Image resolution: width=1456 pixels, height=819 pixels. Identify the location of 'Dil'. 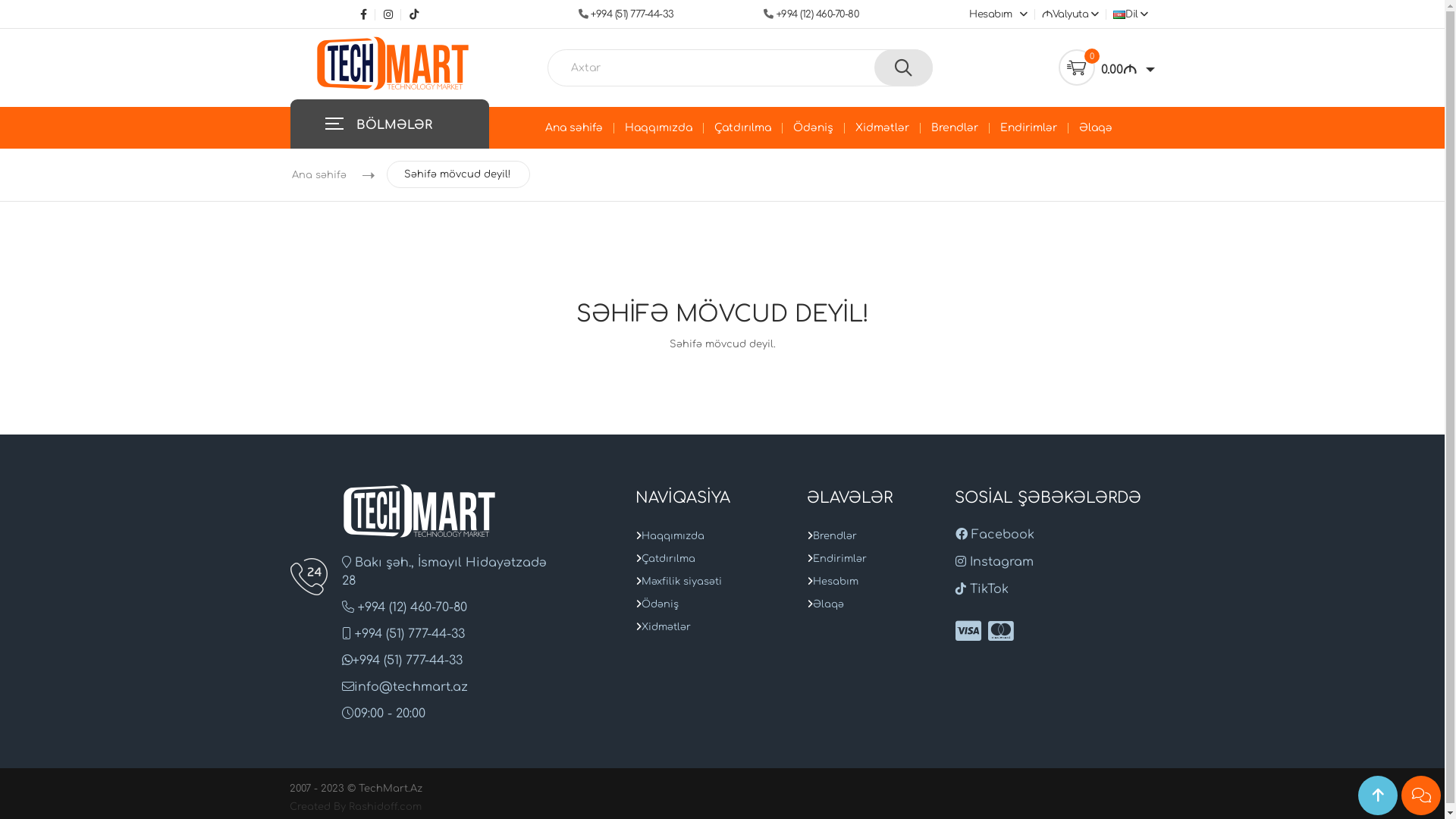
(1128, 14).